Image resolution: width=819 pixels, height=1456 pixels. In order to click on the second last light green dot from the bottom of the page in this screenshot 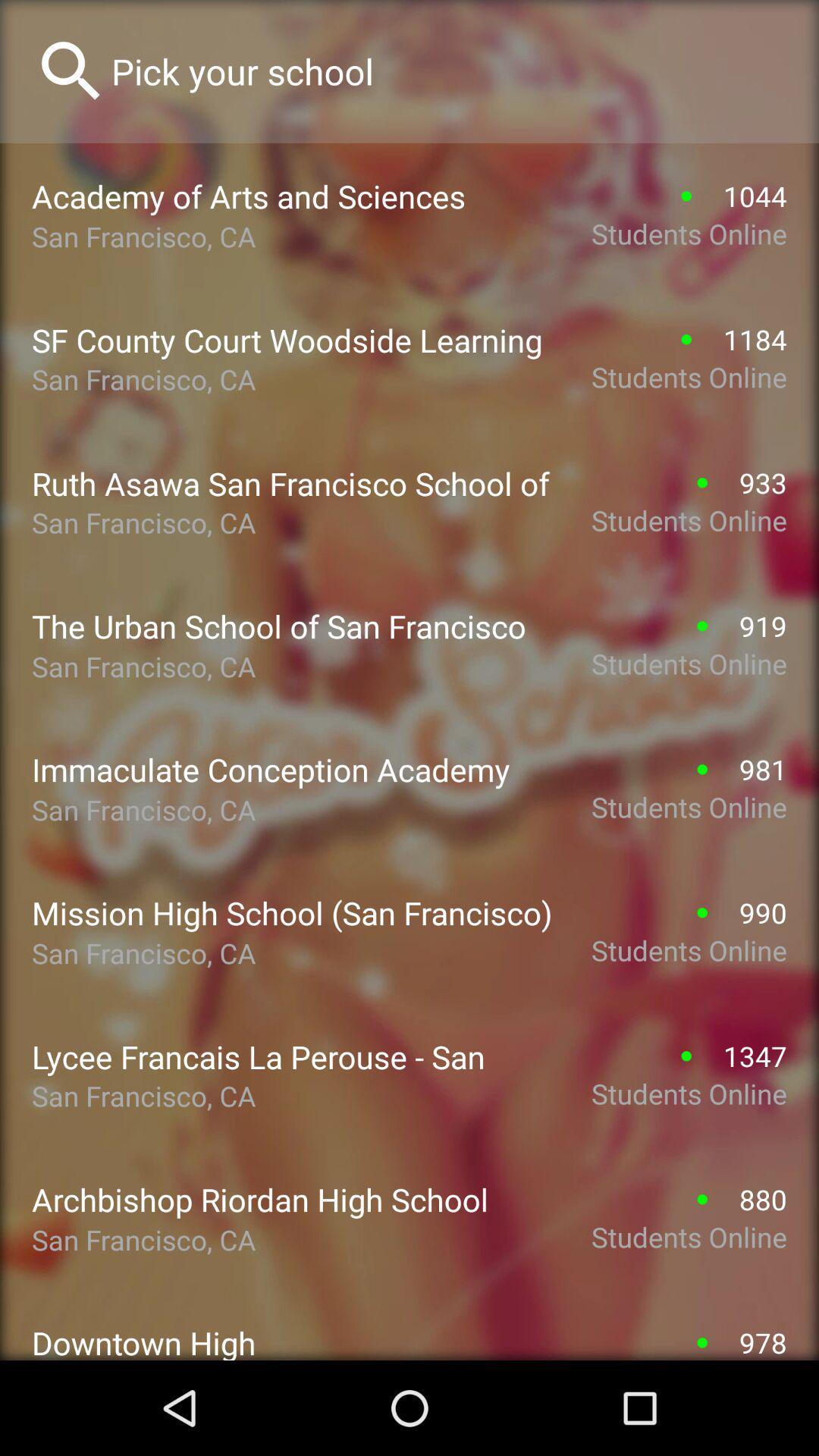, I will do `click(702, 1199)`.